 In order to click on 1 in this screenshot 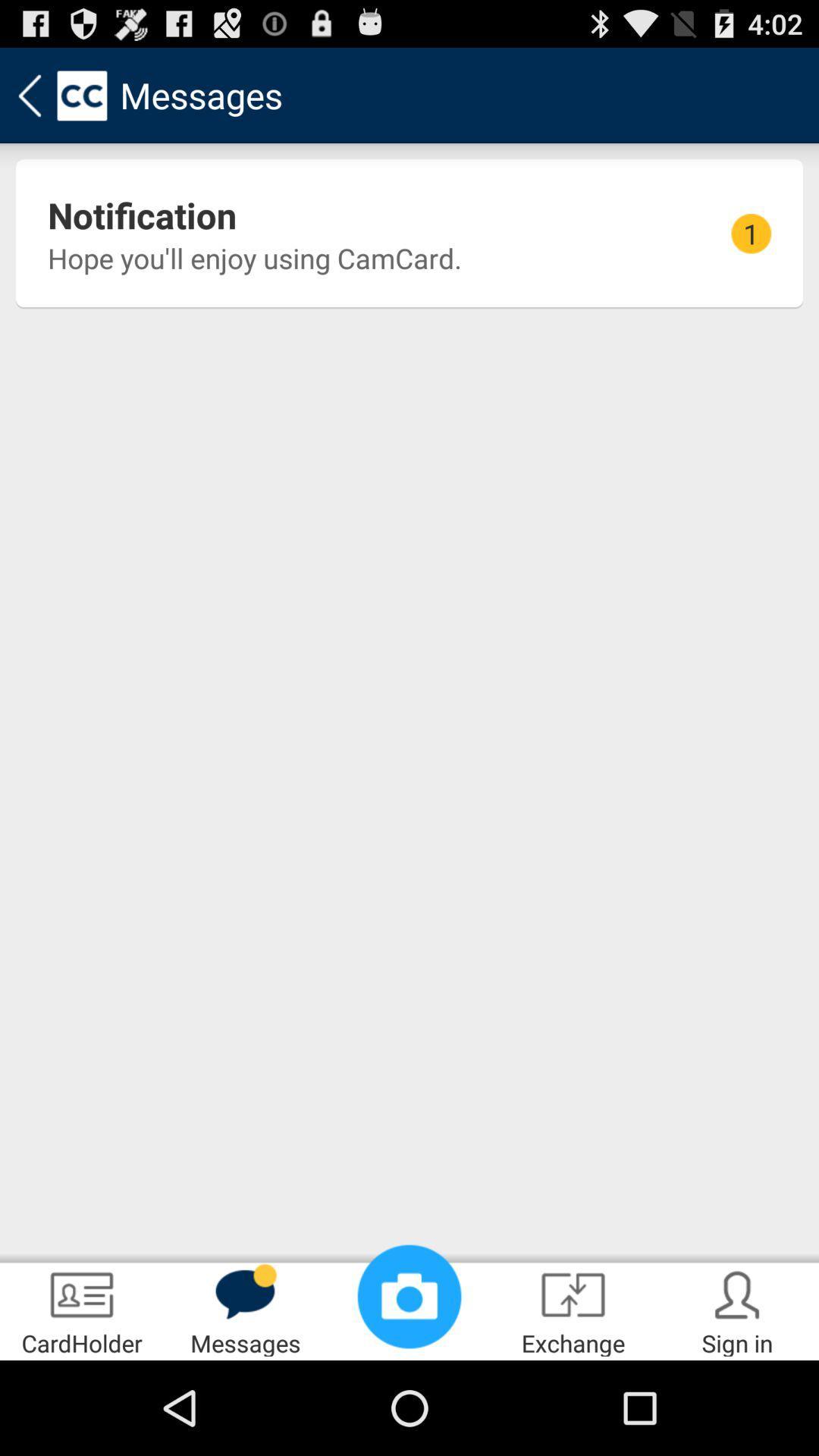, I will do `click(751, 233)`.